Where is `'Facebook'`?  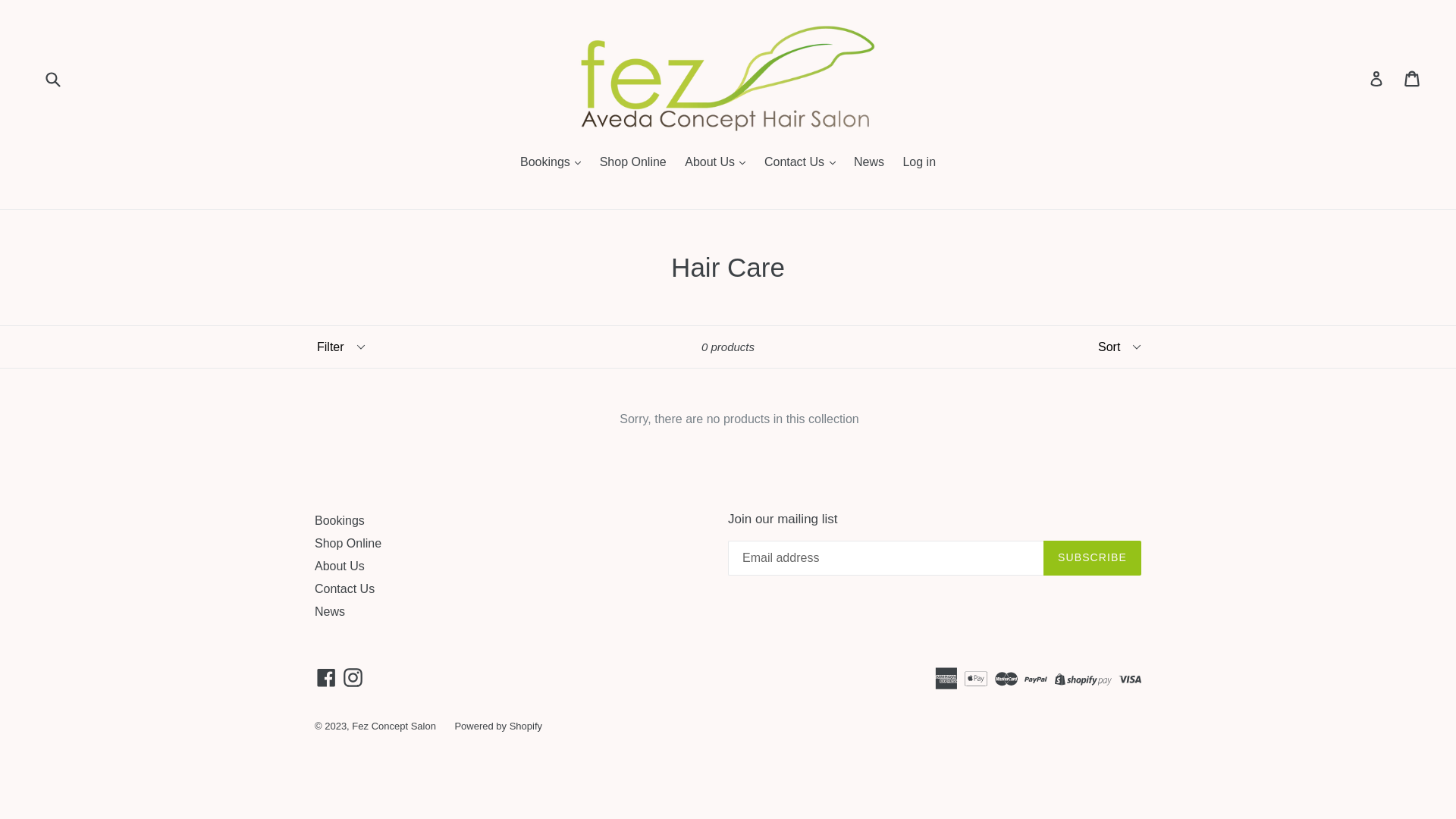
'Facebook' is located at coordinates (325, 676).